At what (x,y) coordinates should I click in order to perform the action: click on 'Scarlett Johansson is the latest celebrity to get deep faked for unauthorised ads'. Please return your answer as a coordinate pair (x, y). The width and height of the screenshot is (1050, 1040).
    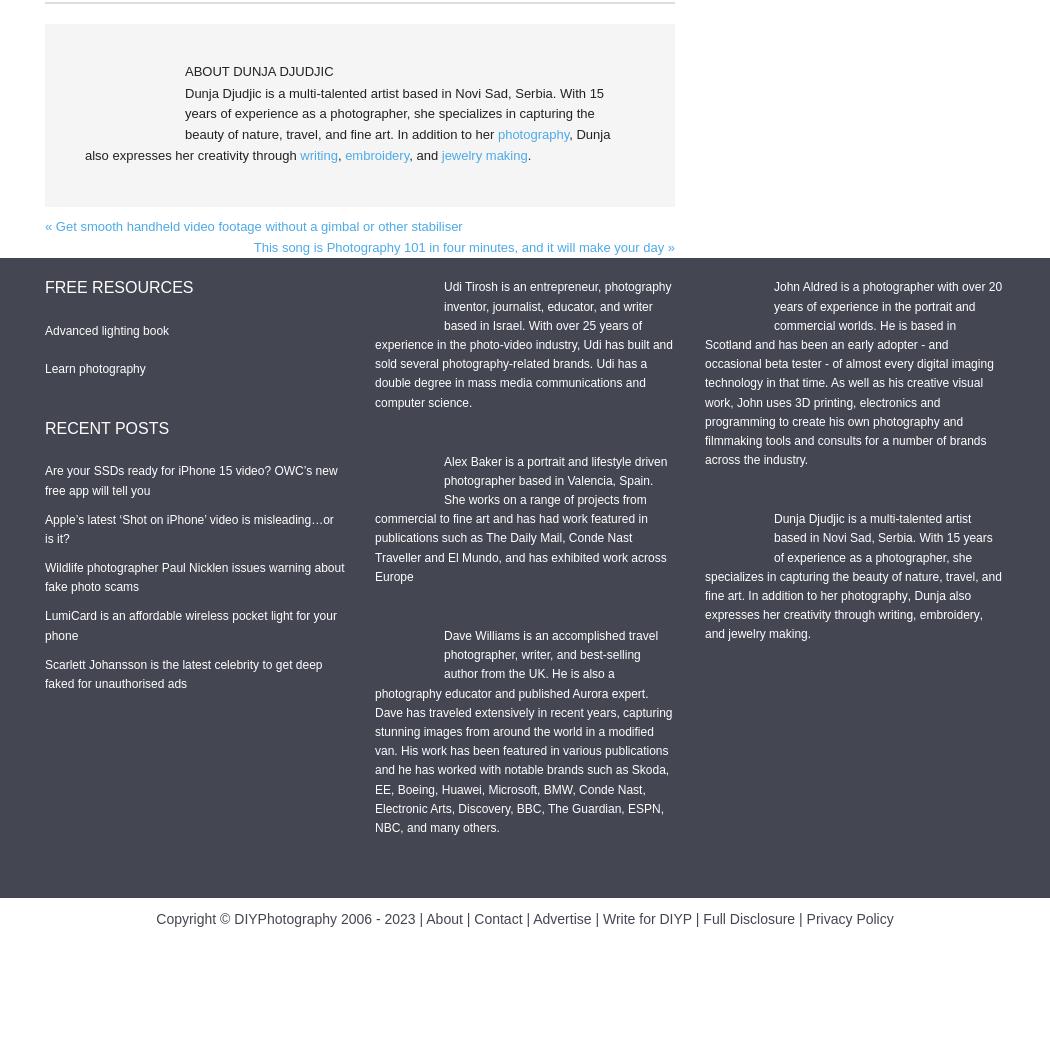
    Looking at the image, I should click on (44, 674).